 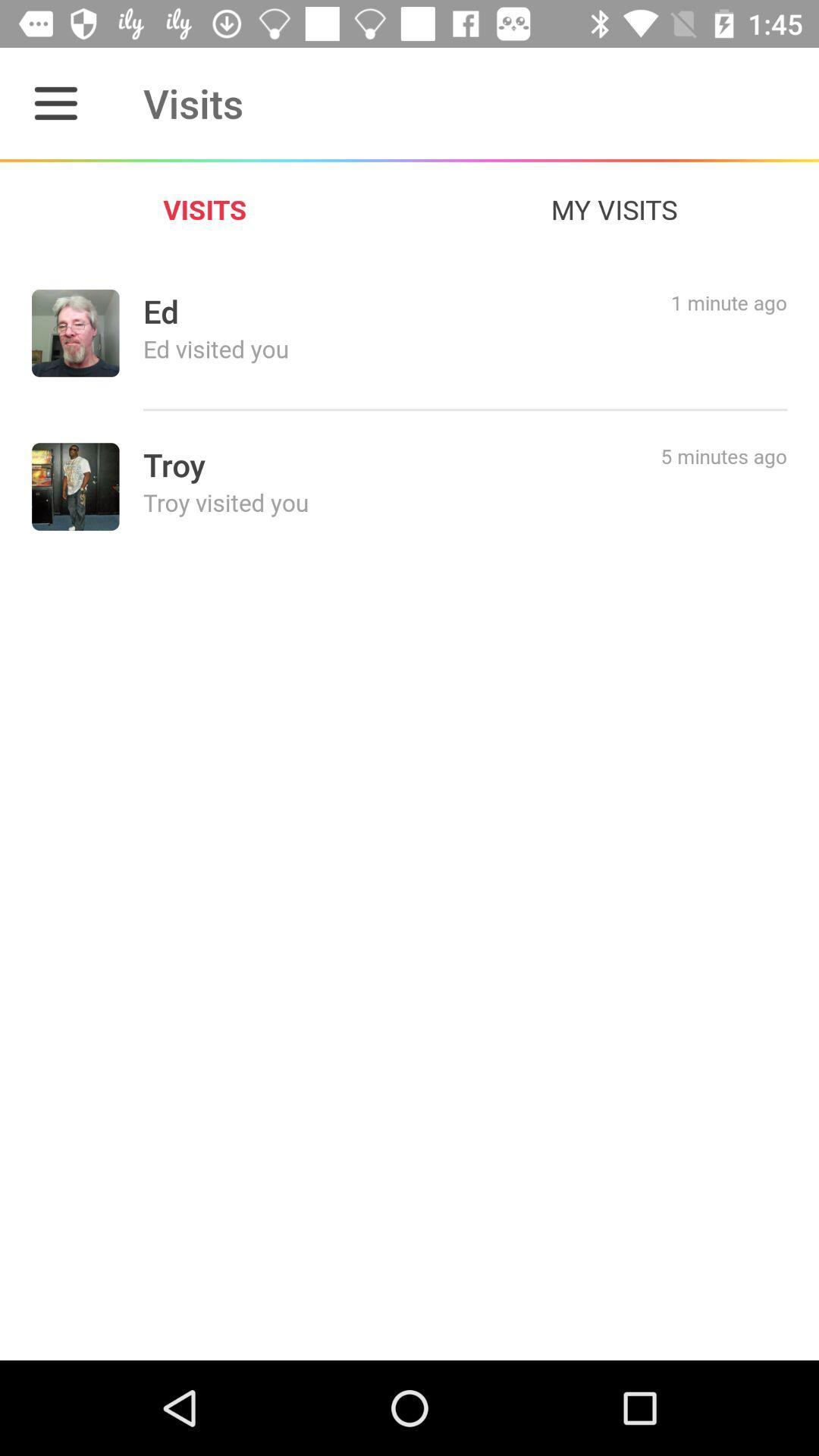 I want to click on item to the left of the visits, so click(x=55, y=102).